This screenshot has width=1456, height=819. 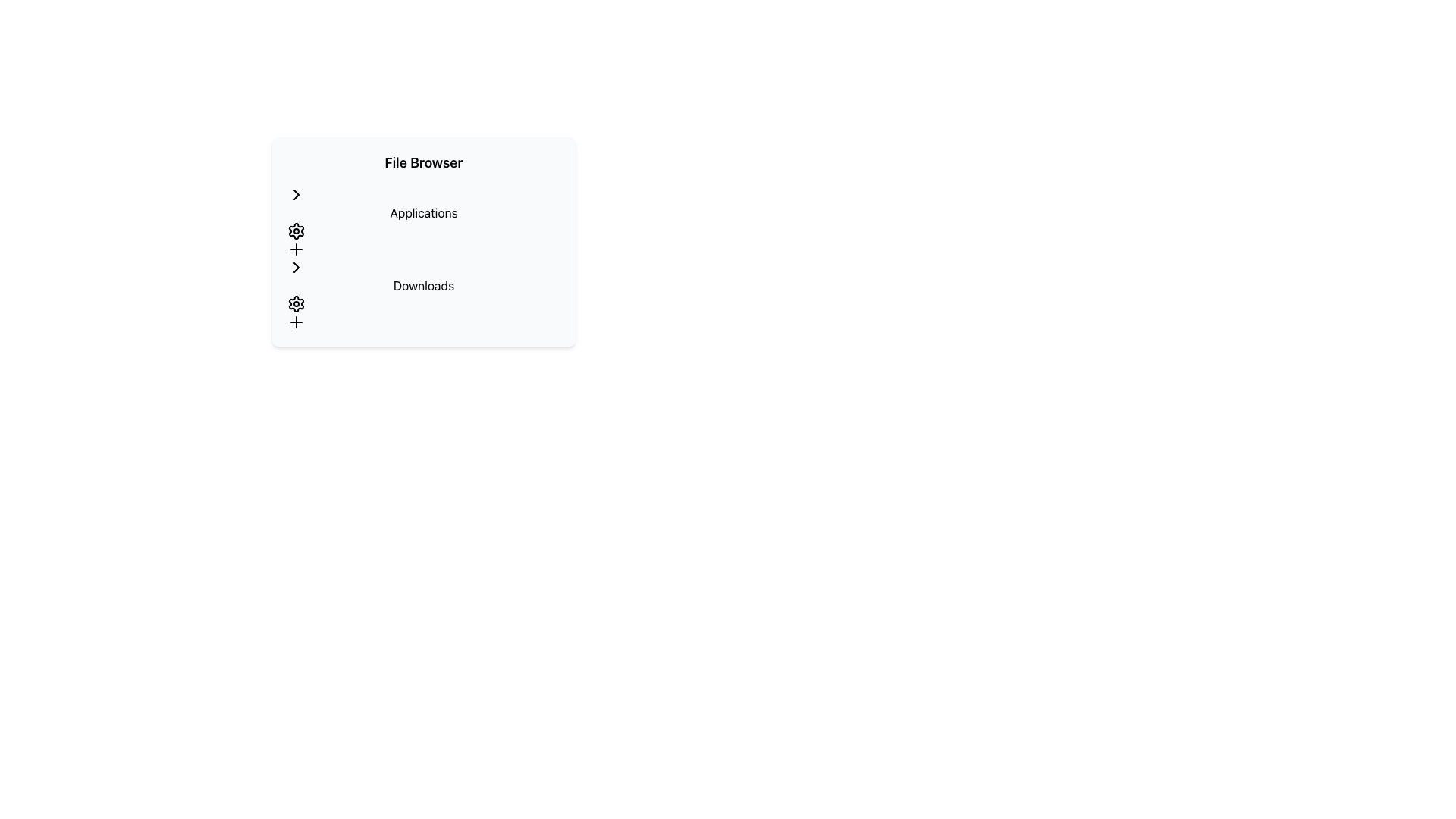 What do you see at coordinates (296, 194) in the screenshot?
I see `the collapsible icon located to the left of the 'Applications' text in the sidebar` at bounding box center [296, 194].